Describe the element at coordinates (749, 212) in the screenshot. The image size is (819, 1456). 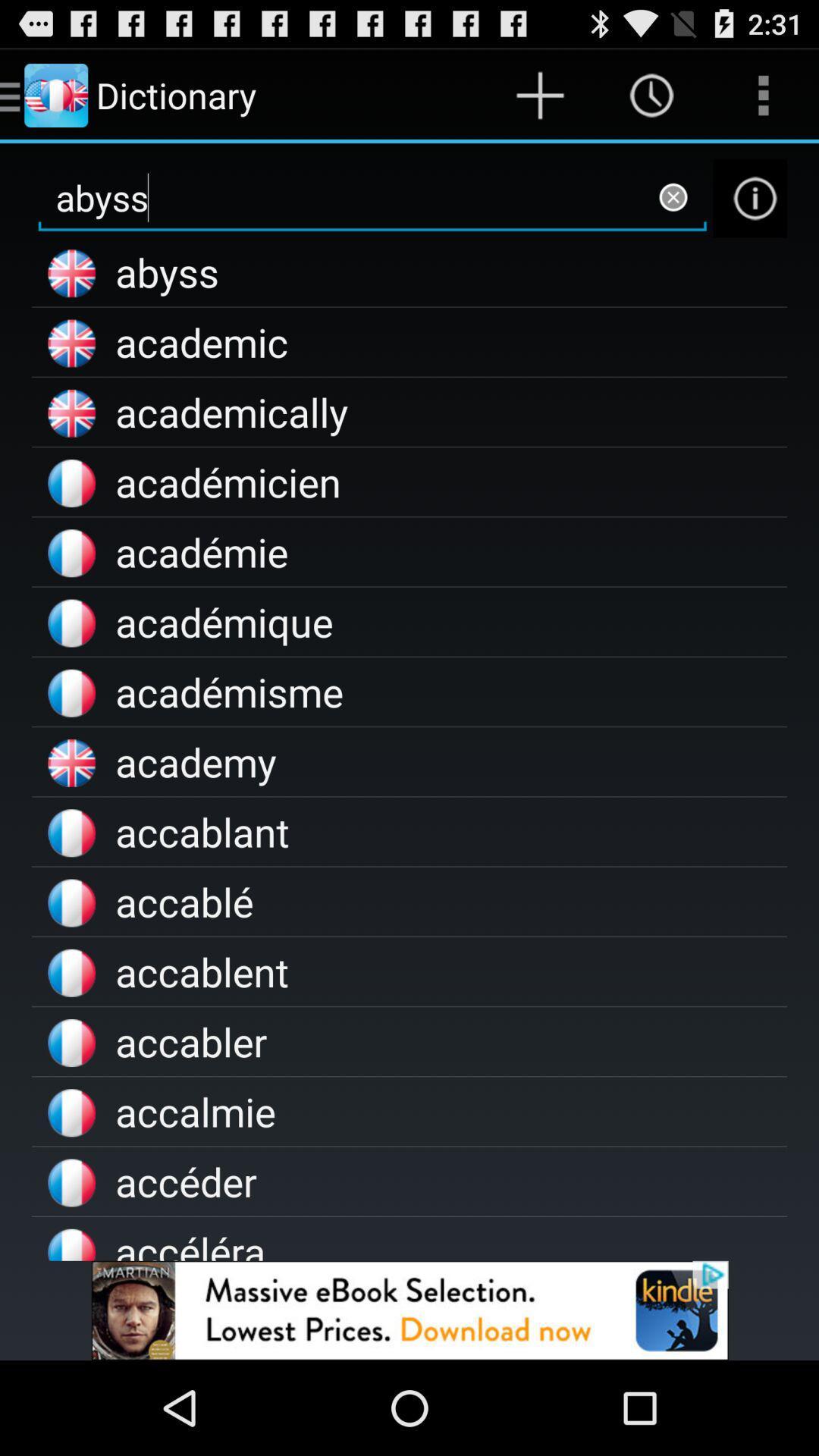
I see `the info icon` at that location.